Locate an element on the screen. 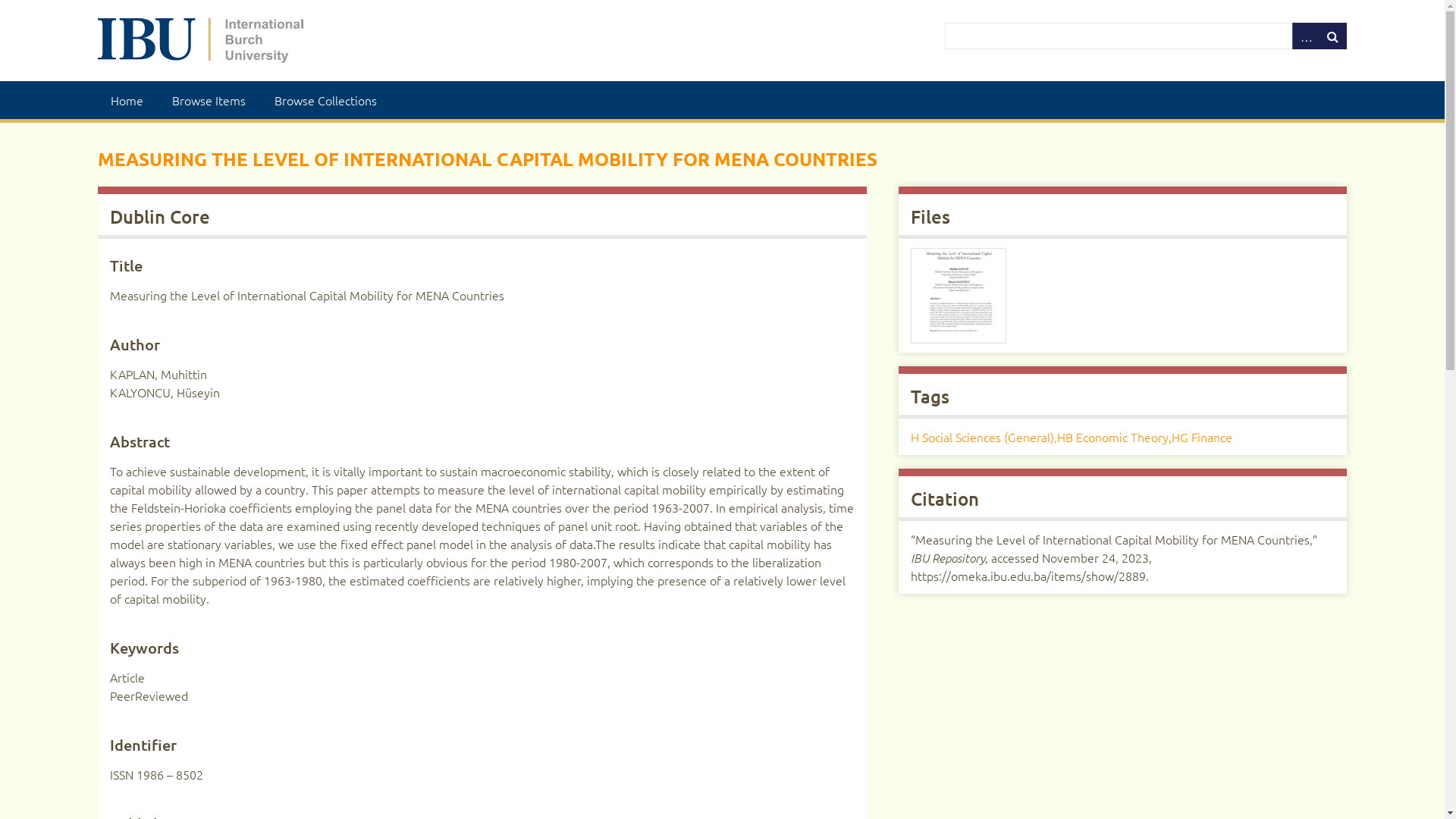 Image resolution: width=1456 pixels, height=819 pixels. 'H Social Sciences (General),HB Economic Theory,HG Finance' is located at coordinates (1070, 436).